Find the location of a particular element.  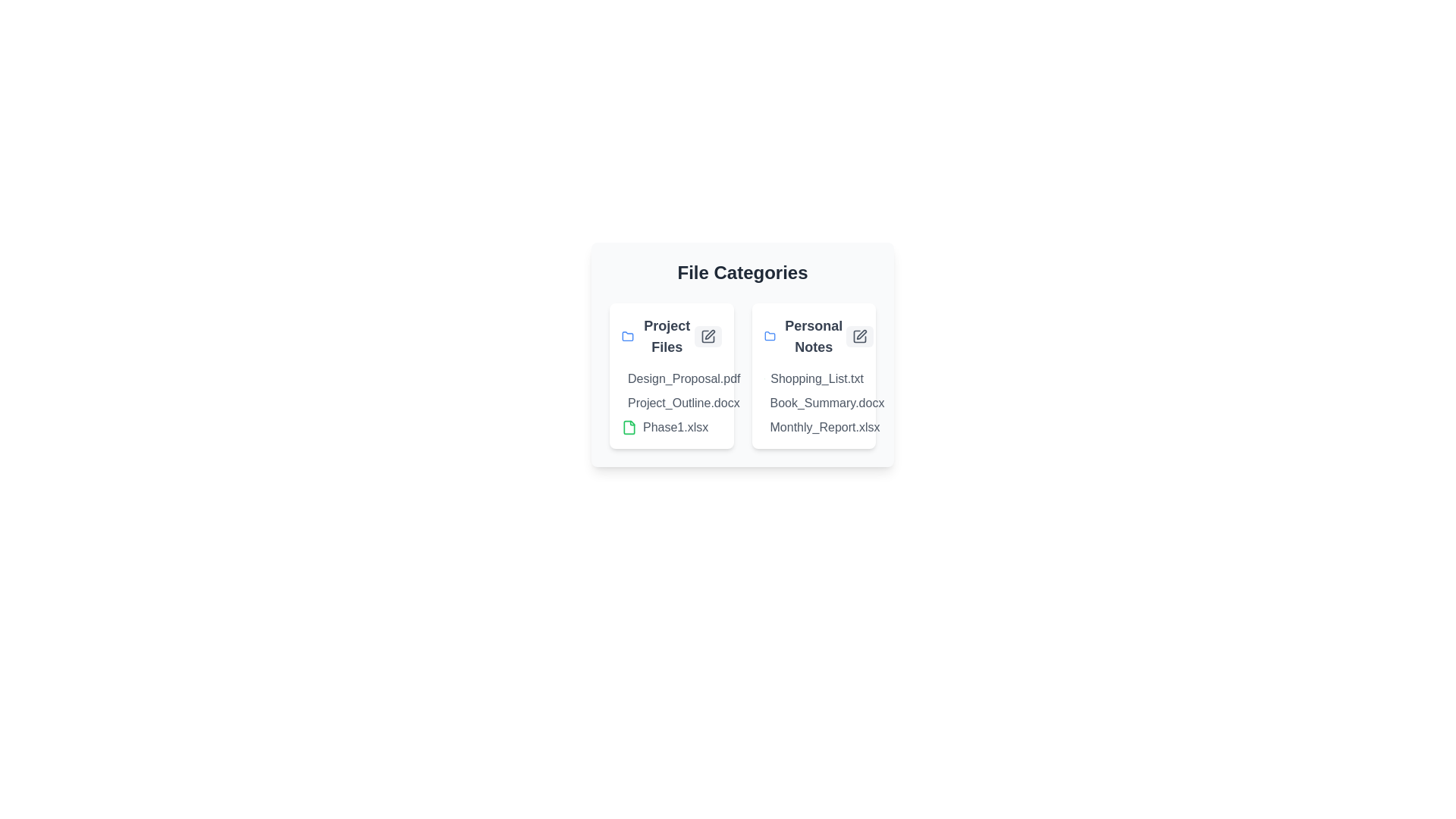

the title 'File Categories' displayed at the top of the component is located at coordinates (742, 271).